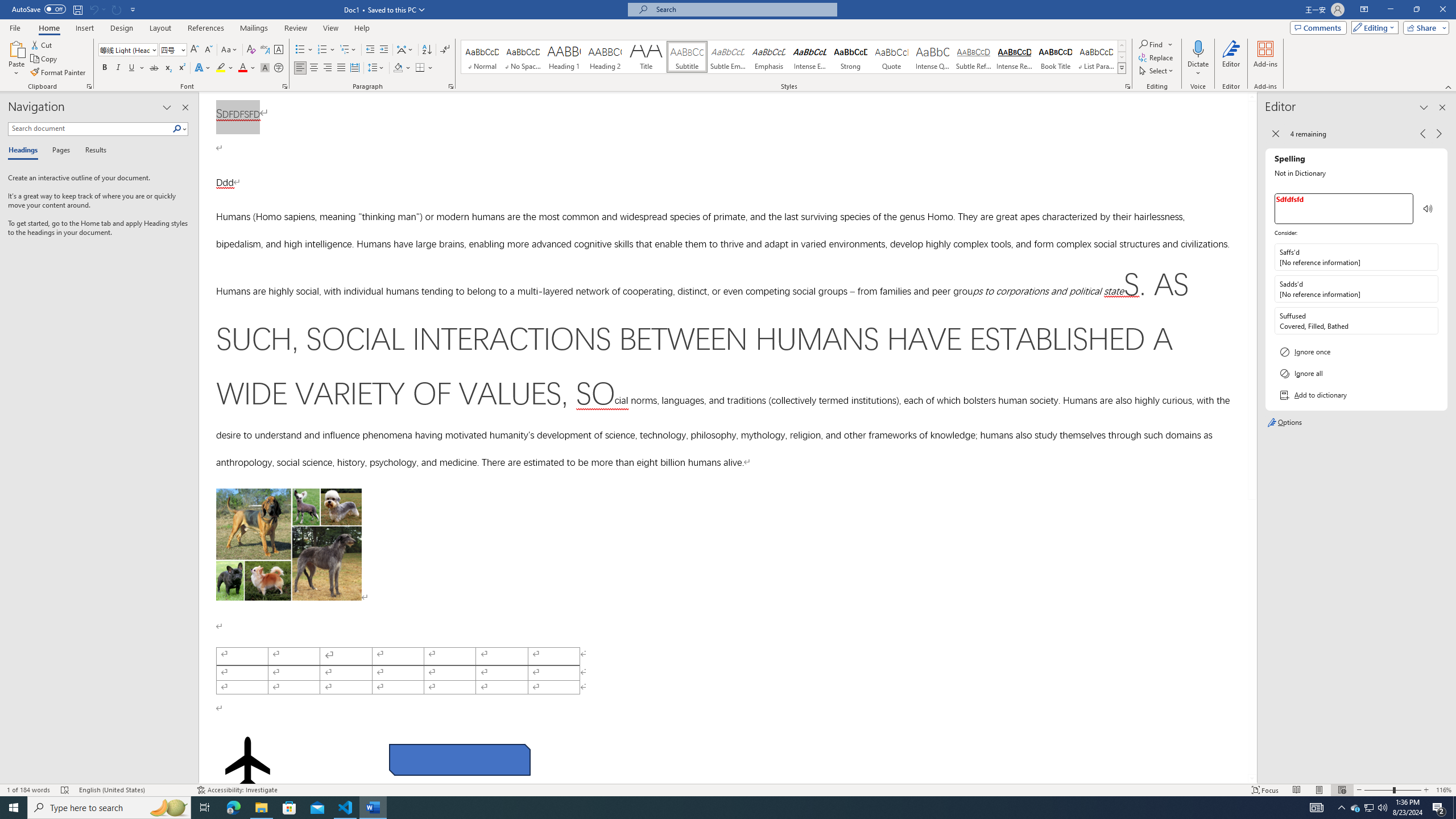 This screenshot has height=819, width=1456. I want to click on 'Show/Hide Editing Marks', so click(445, 49).